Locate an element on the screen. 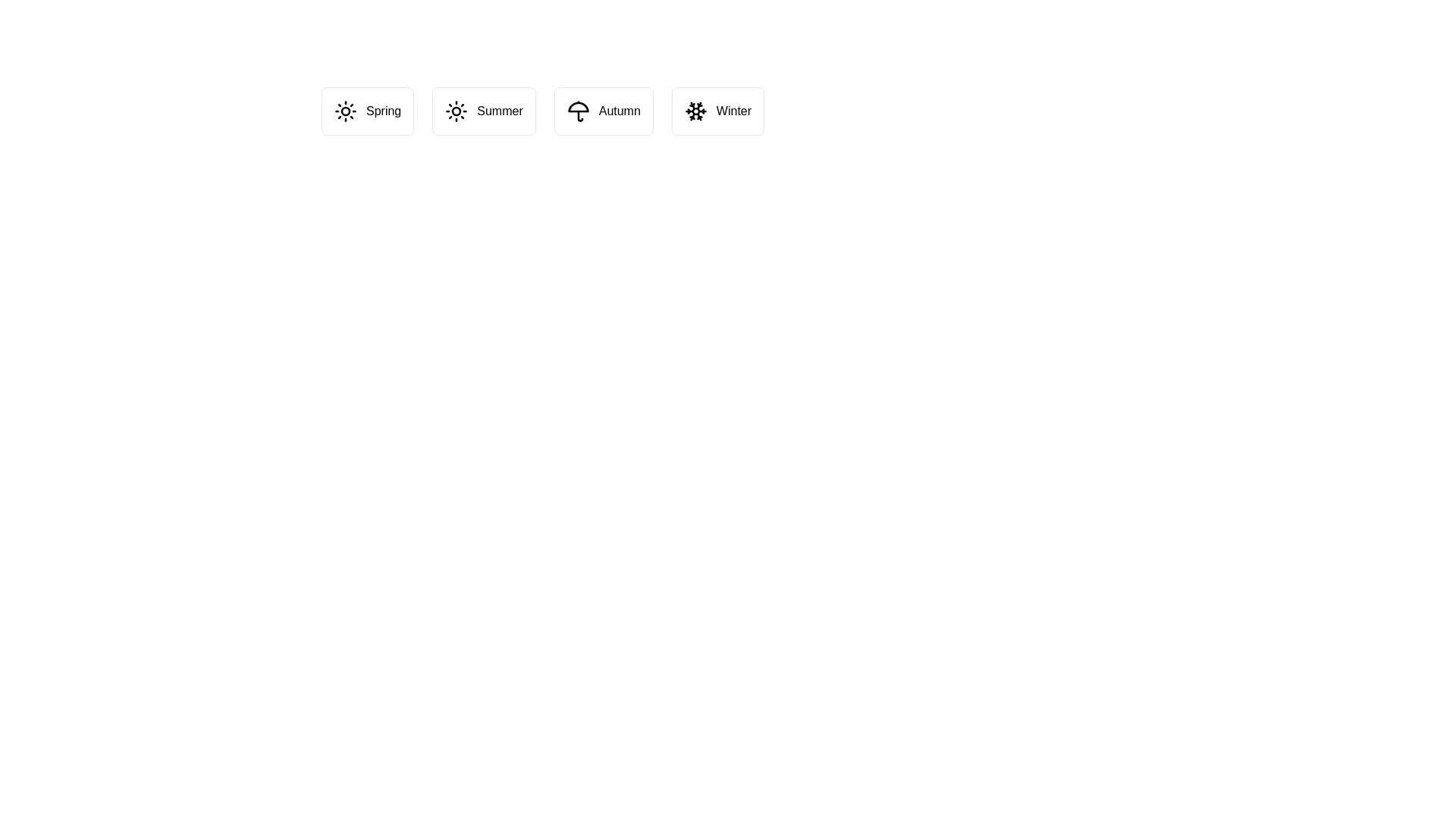 The image size is (1456, 819). the first button in a row of four, which has a sun icon on the left and the text 'Spring' in bold black letters is located at coordinates (368, 110).